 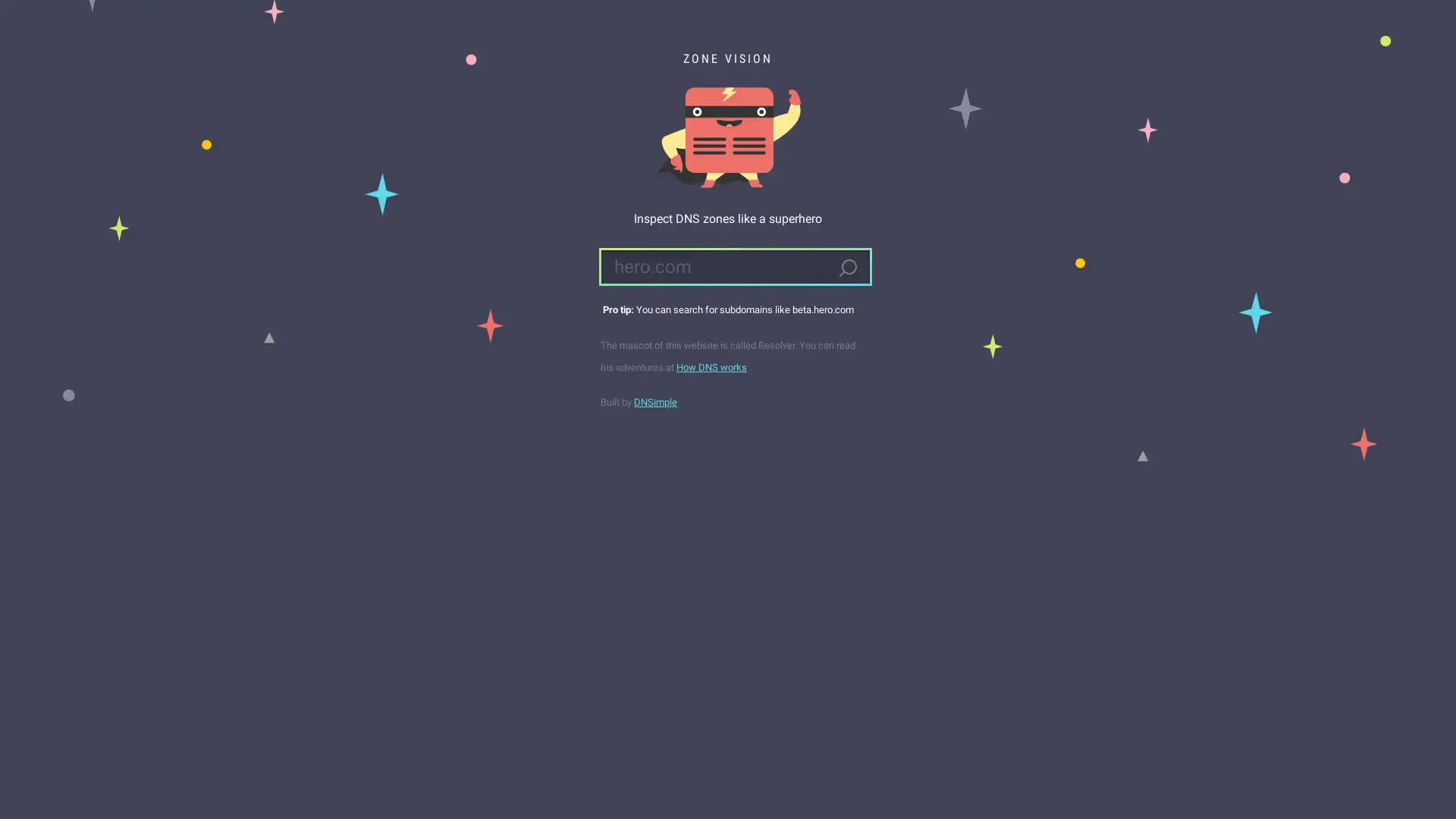 I want to click on Submit, so click(x=846, y=268).